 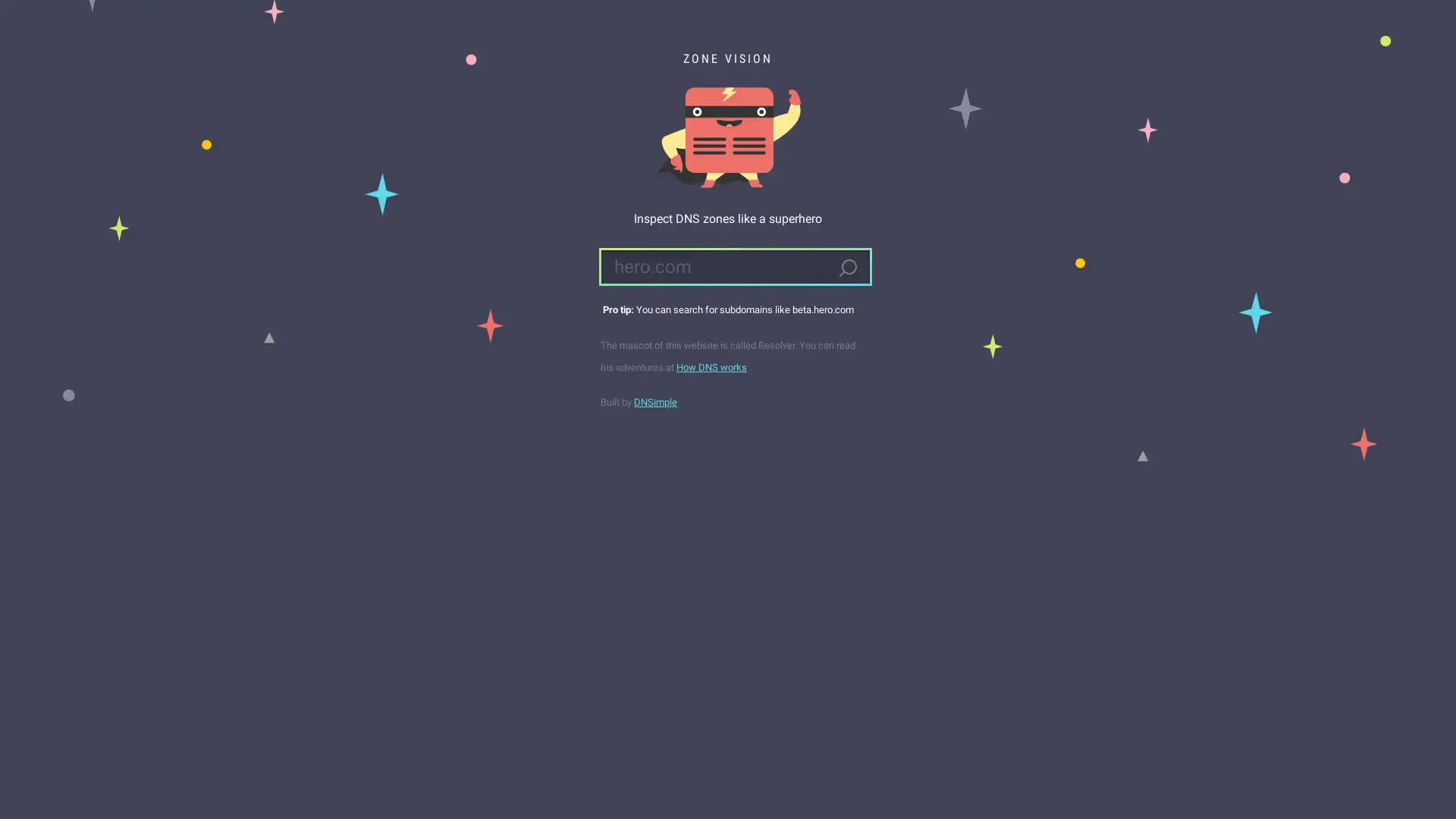 I want to click on Submit, so click(x=846, y=268).